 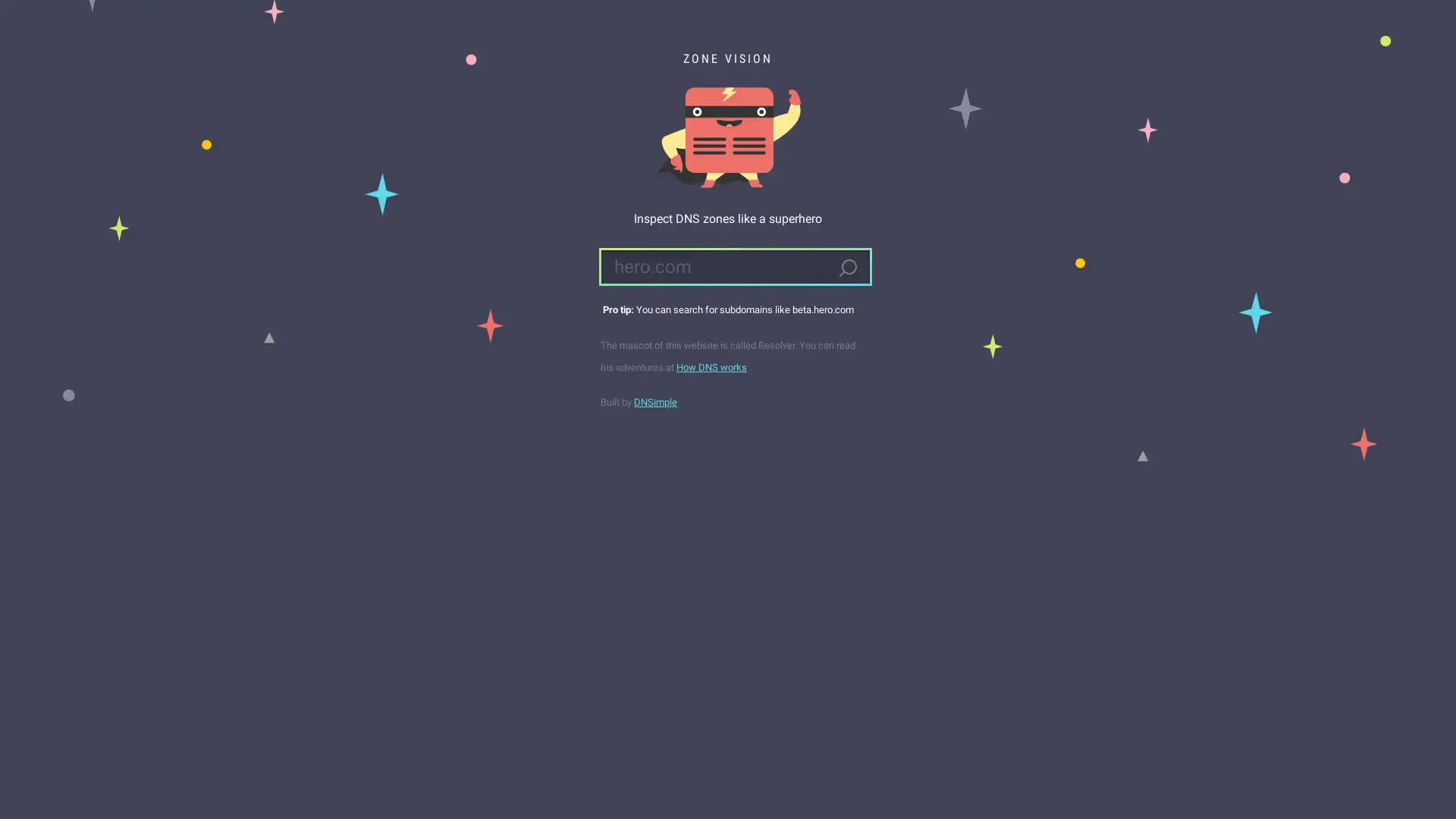 I want to click on Submit, so click(x=846, y=268).